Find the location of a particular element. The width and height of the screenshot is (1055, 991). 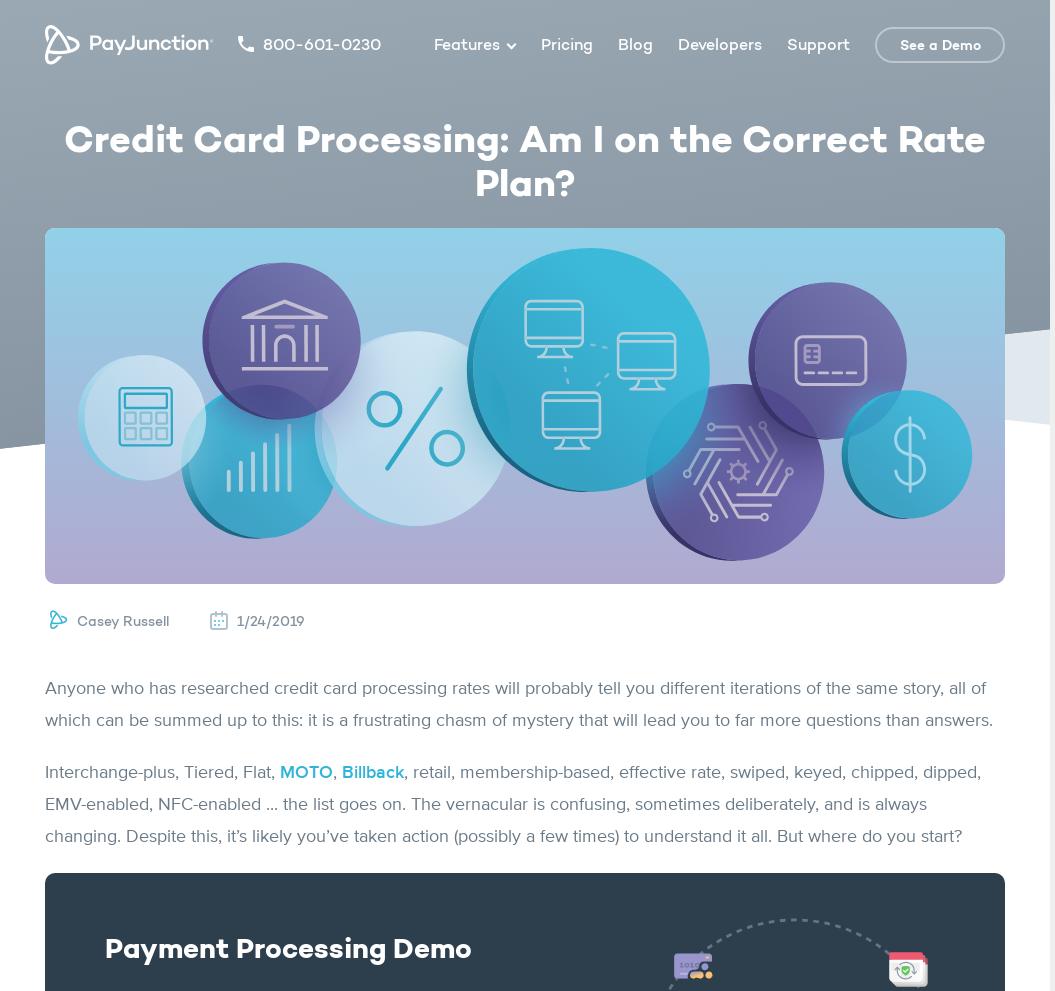

'Interchange-plus, Tiered, Flat,' is located at coordinates (162, 771).